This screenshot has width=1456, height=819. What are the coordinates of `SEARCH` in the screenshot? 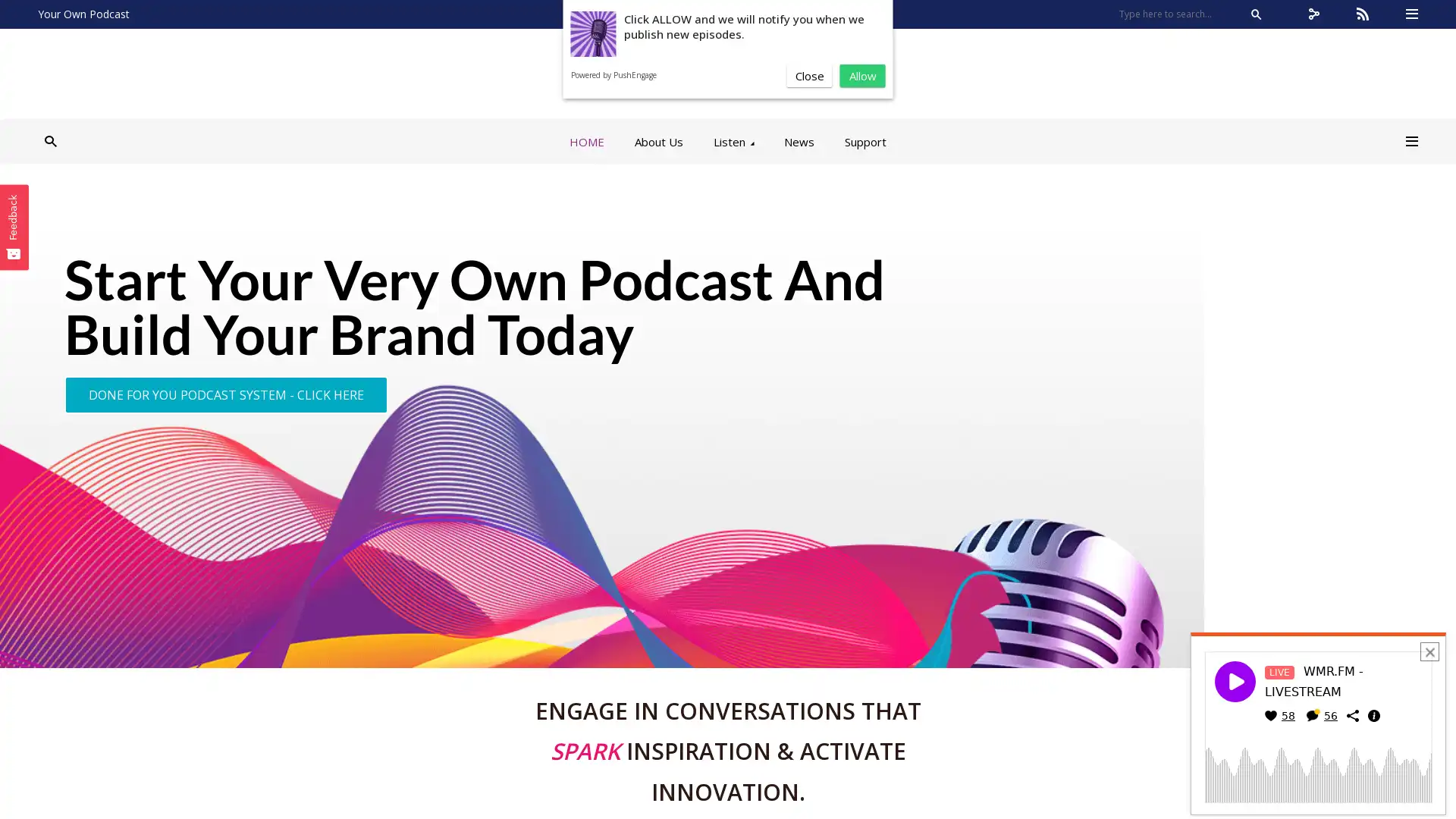 It's located at (1256, 14).